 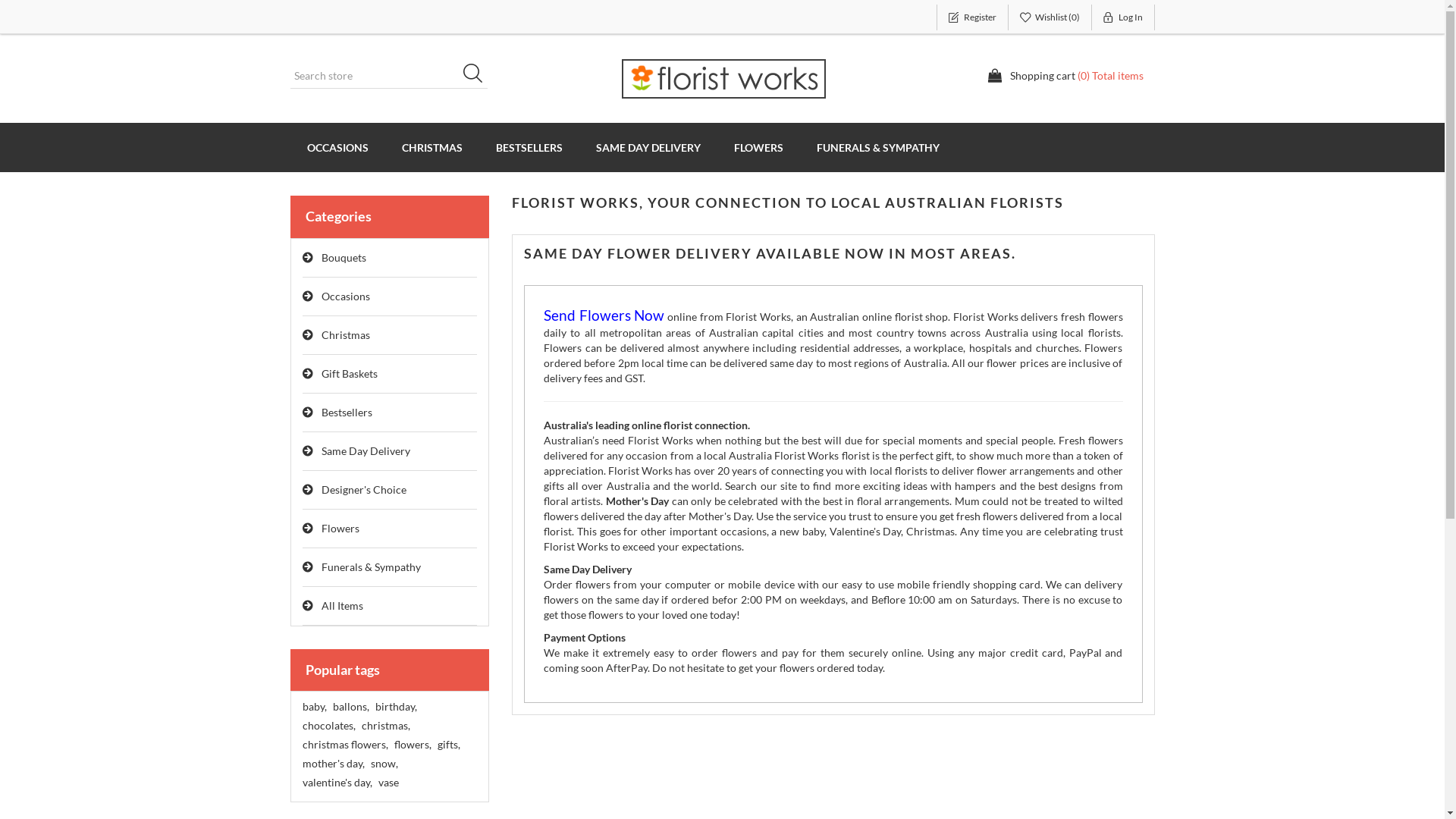 I want to click on 'CHRISTMAS', so click(x=431, y=147).